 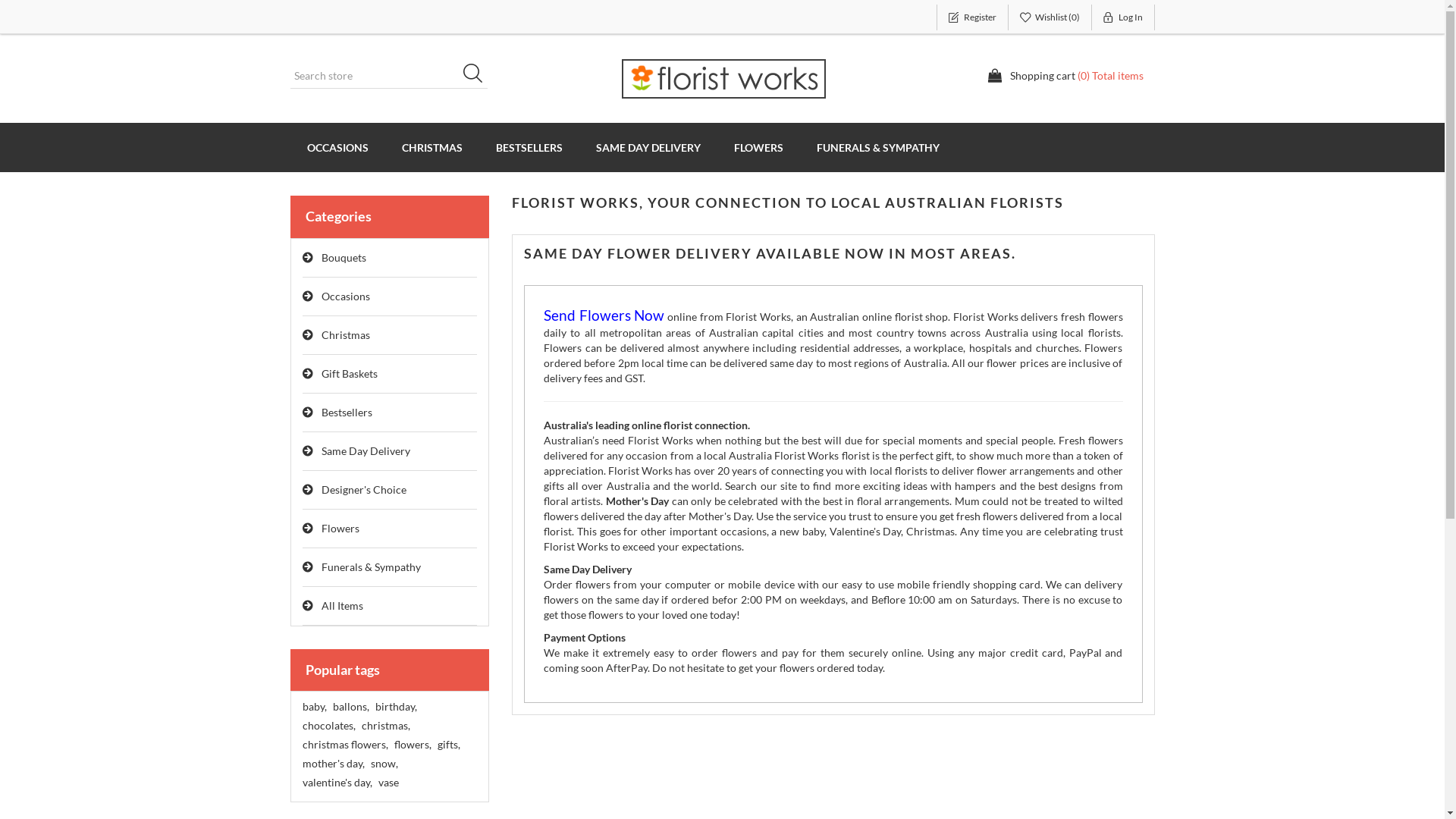 I want to click on 'CHRISTMAS', so click(x=431, y=147).